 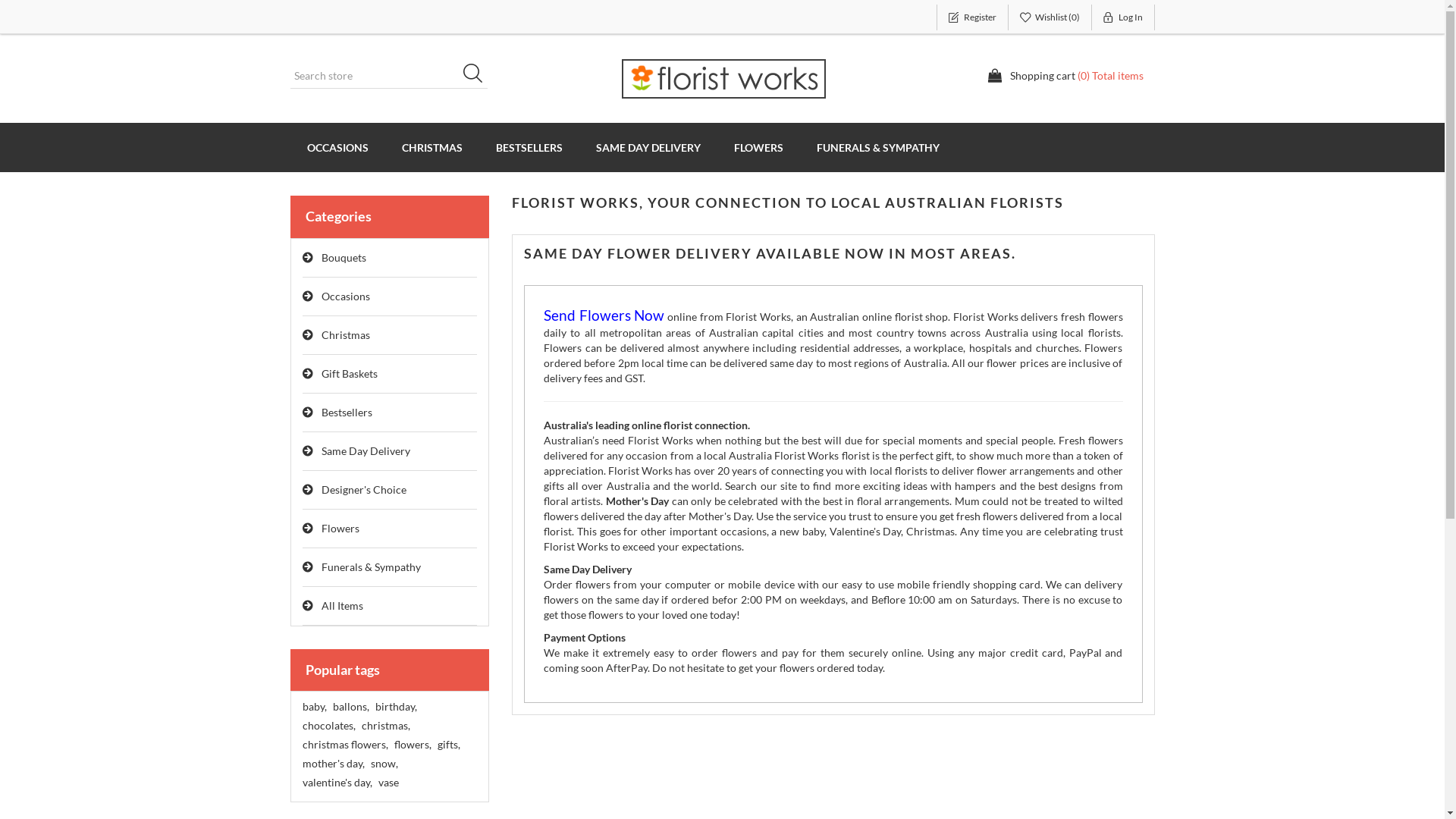 I want to click on 'CHRISTMAS', so click(x=431, y=147).